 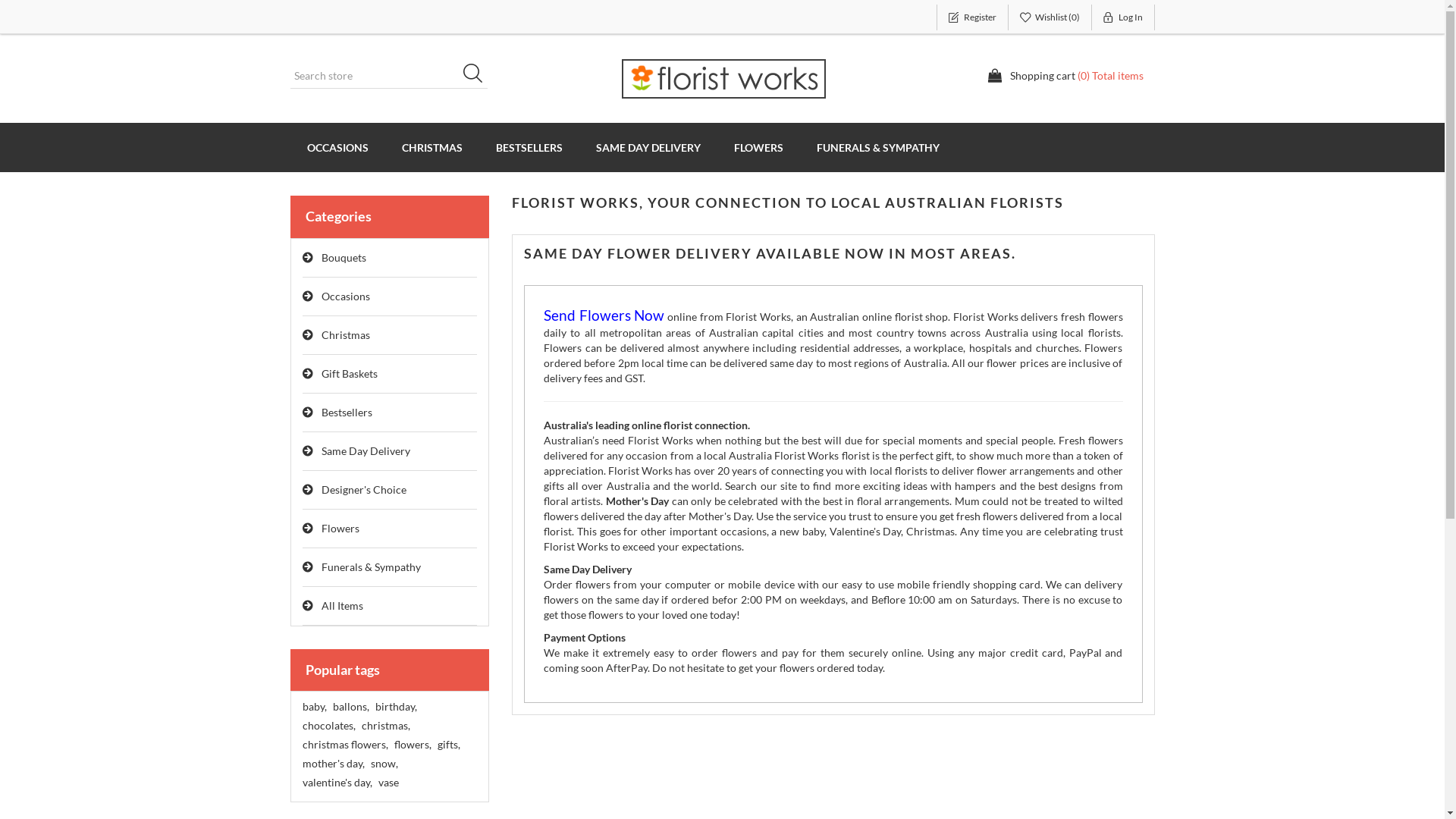 I want to click on 'CHRISTMAS', so click(x=431, y=147).